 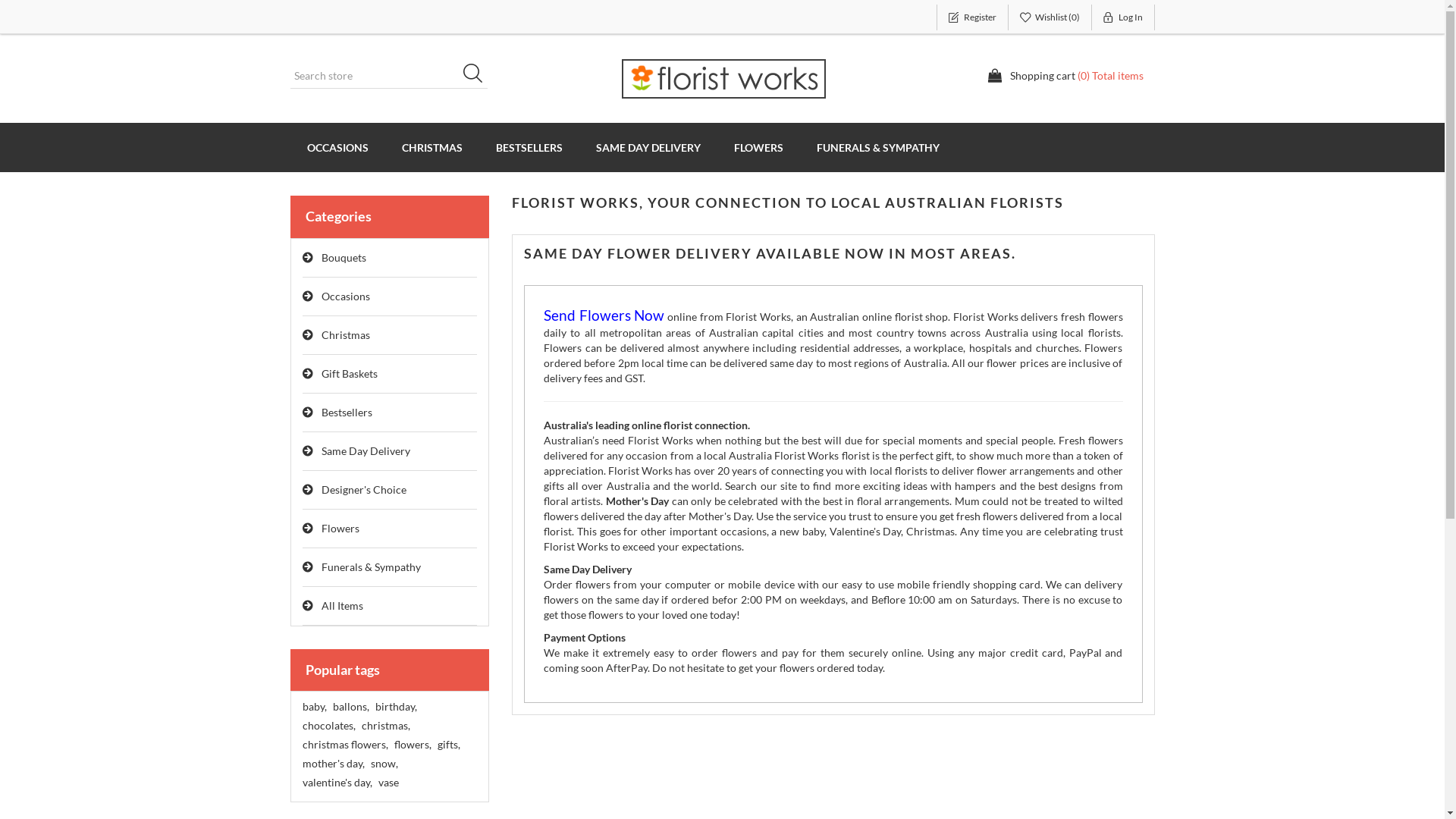 I want to click on 'CHRISTMAS', so click(x=431, y=147).